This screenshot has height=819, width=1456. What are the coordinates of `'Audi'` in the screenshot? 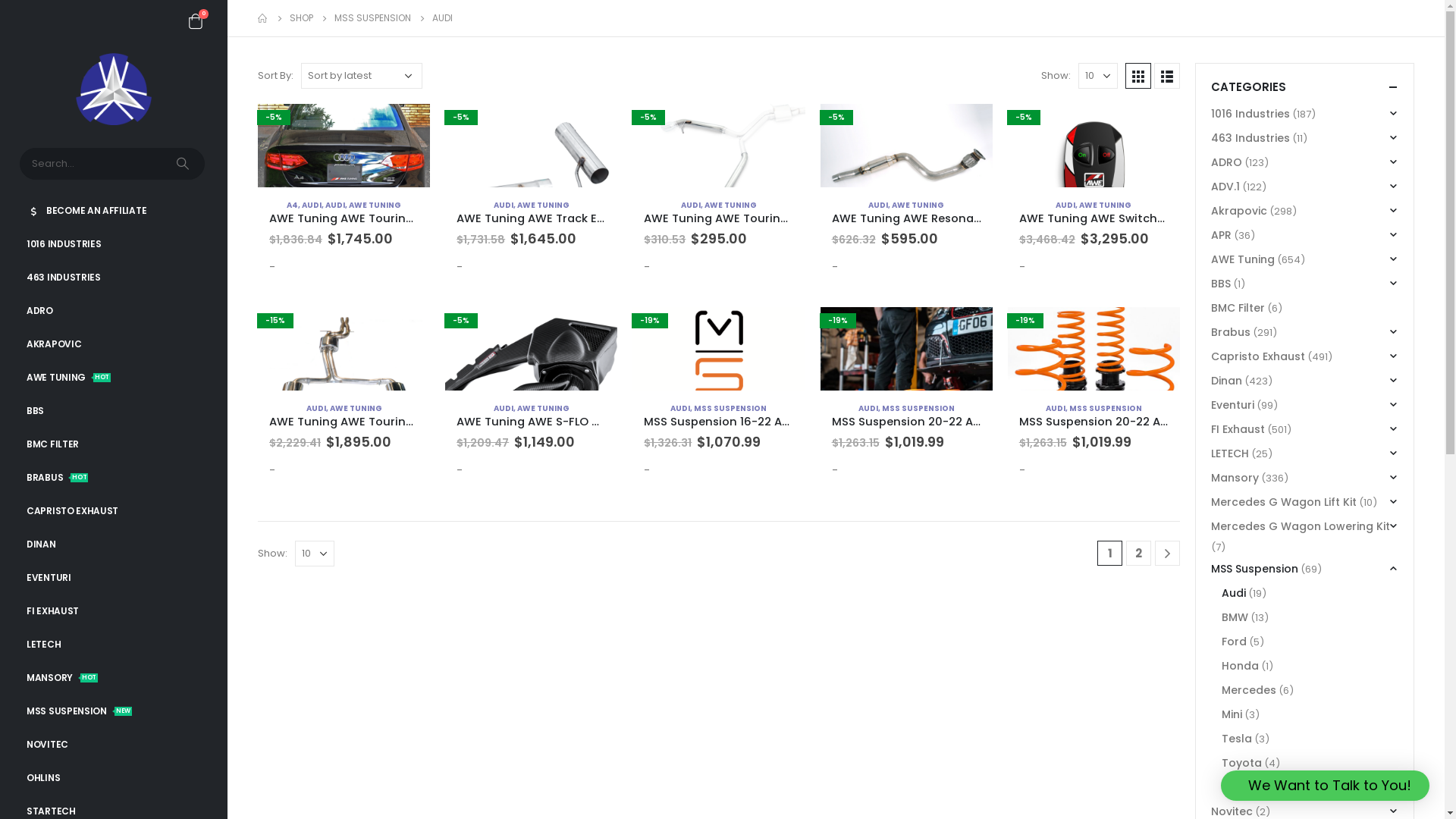 It's located at (1234, 592).